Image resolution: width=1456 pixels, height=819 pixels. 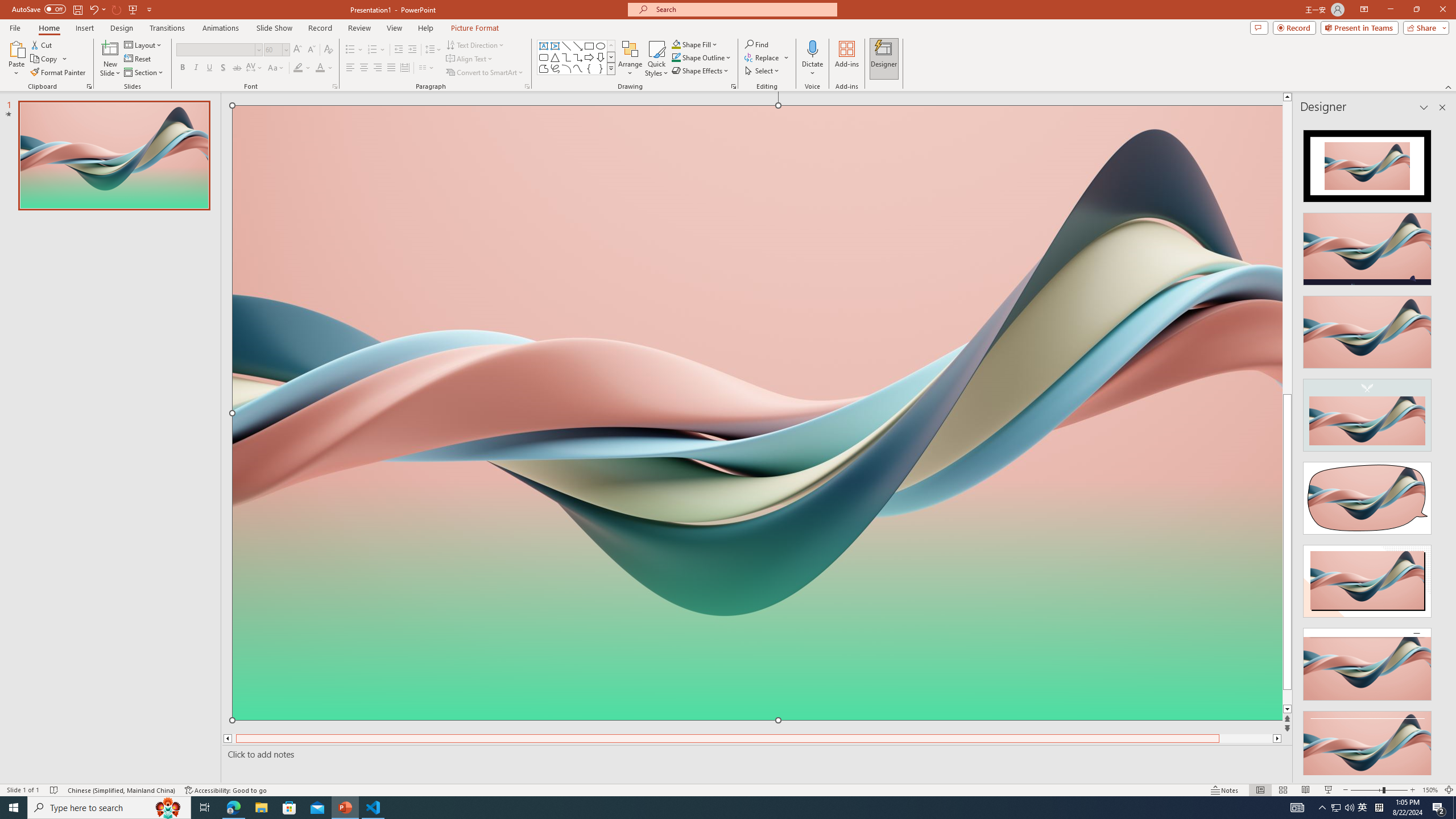 What do you see at coordinates (475, 28) in the screenshot?
I see `'Picture Format'` at bounding box center [475, 28].